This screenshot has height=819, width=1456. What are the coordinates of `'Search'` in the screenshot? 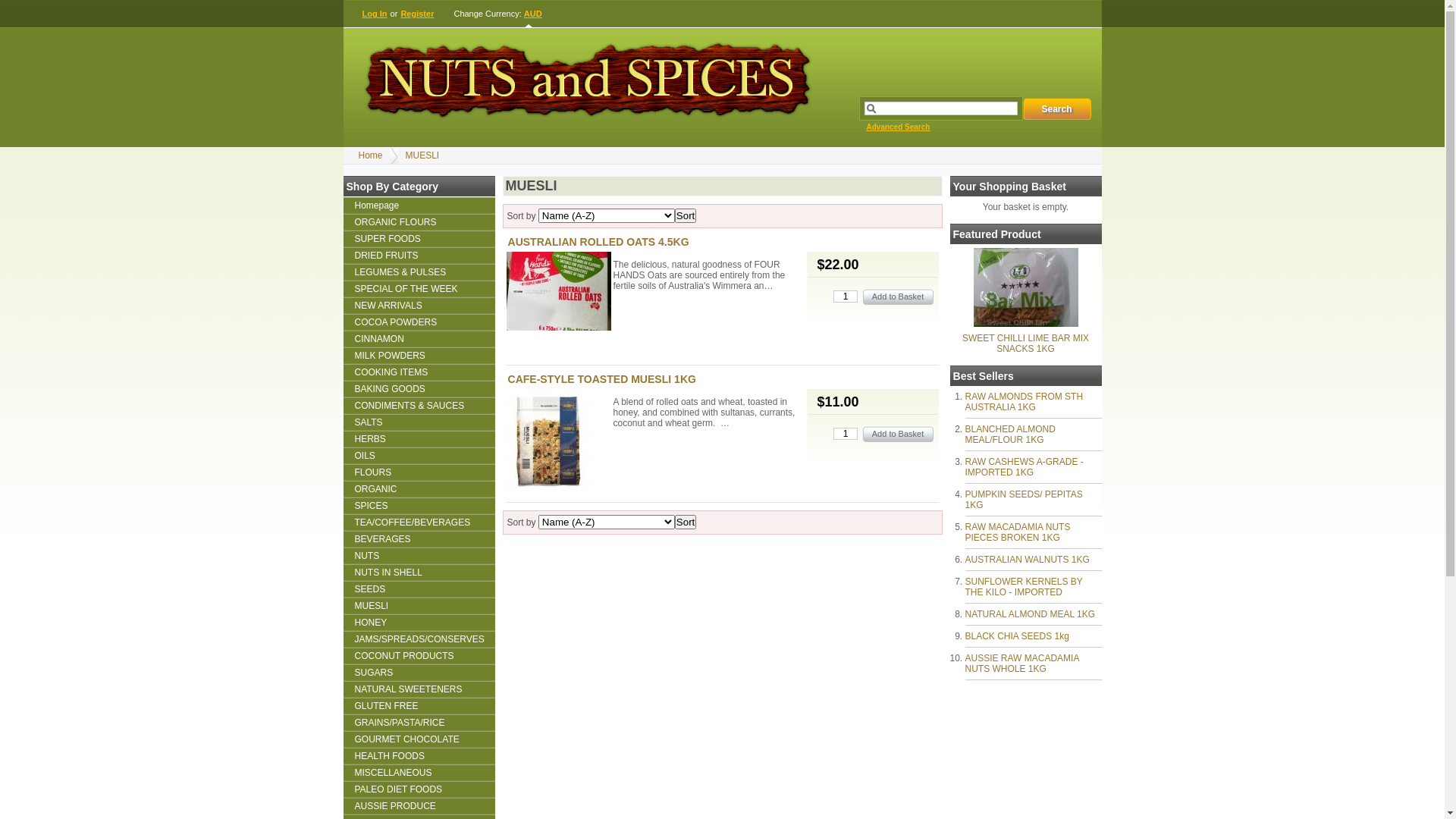 It's located at (1022, 108).